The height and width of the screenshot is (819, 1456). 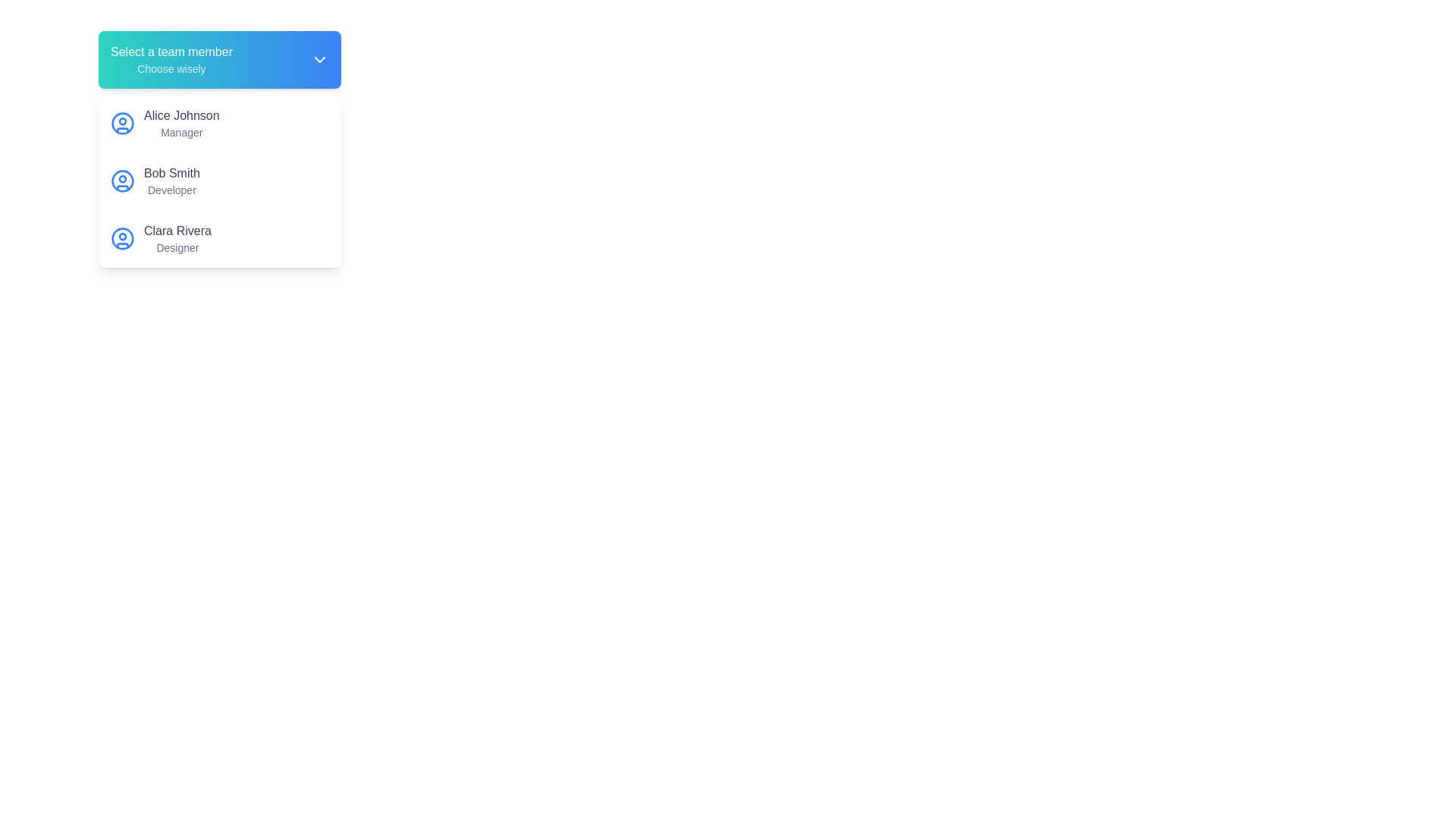 I want to click on the Text label that serves as a title and subtitle for the dropdown button, indicating its function as a selection field for choosing a team member, so click(x=171, y=58).